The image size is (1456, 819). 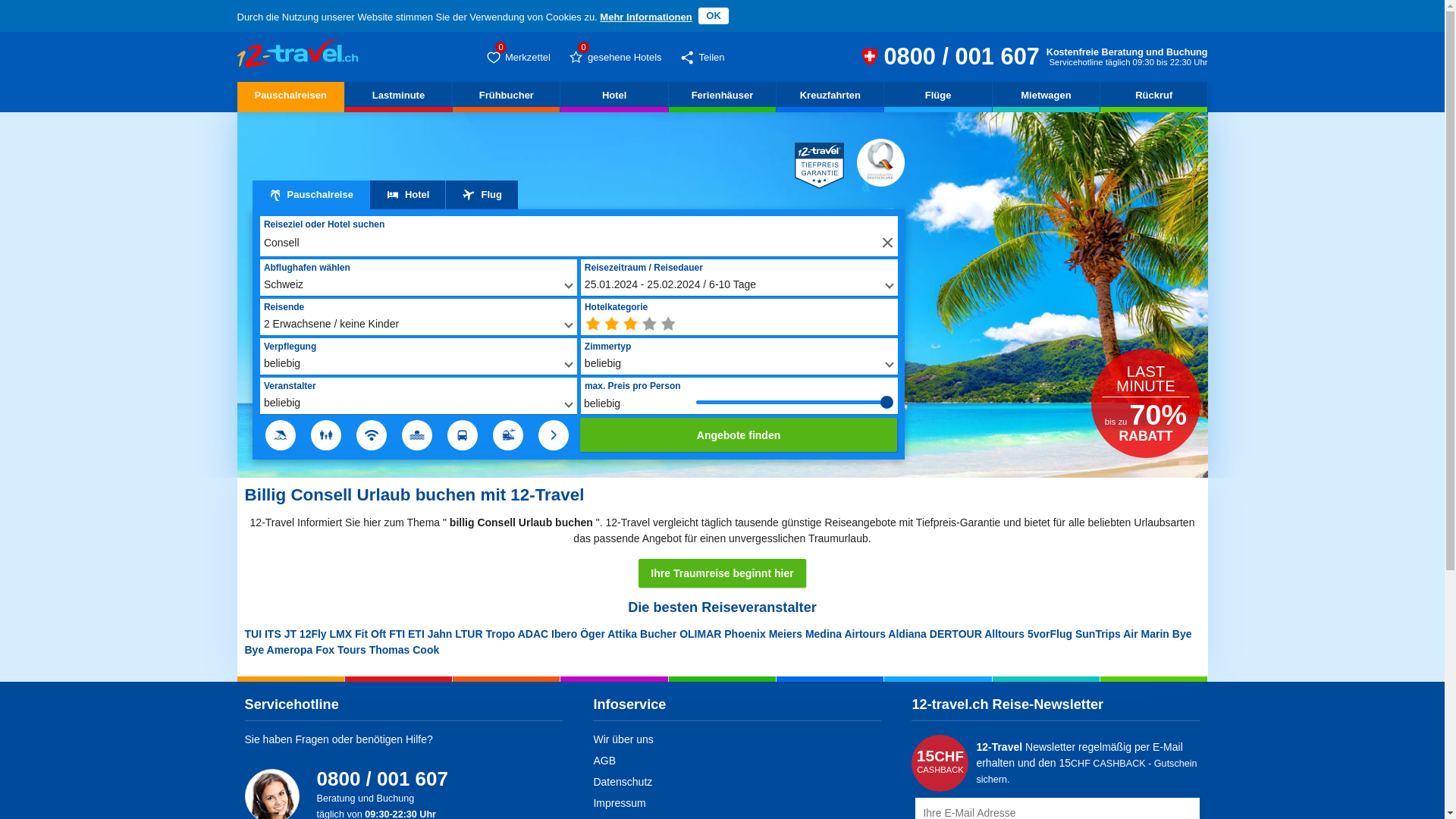 What do you see at coordinates (613, 96) in the screenshot?
I see `'Hotel'` at bounding box center [613, 96].